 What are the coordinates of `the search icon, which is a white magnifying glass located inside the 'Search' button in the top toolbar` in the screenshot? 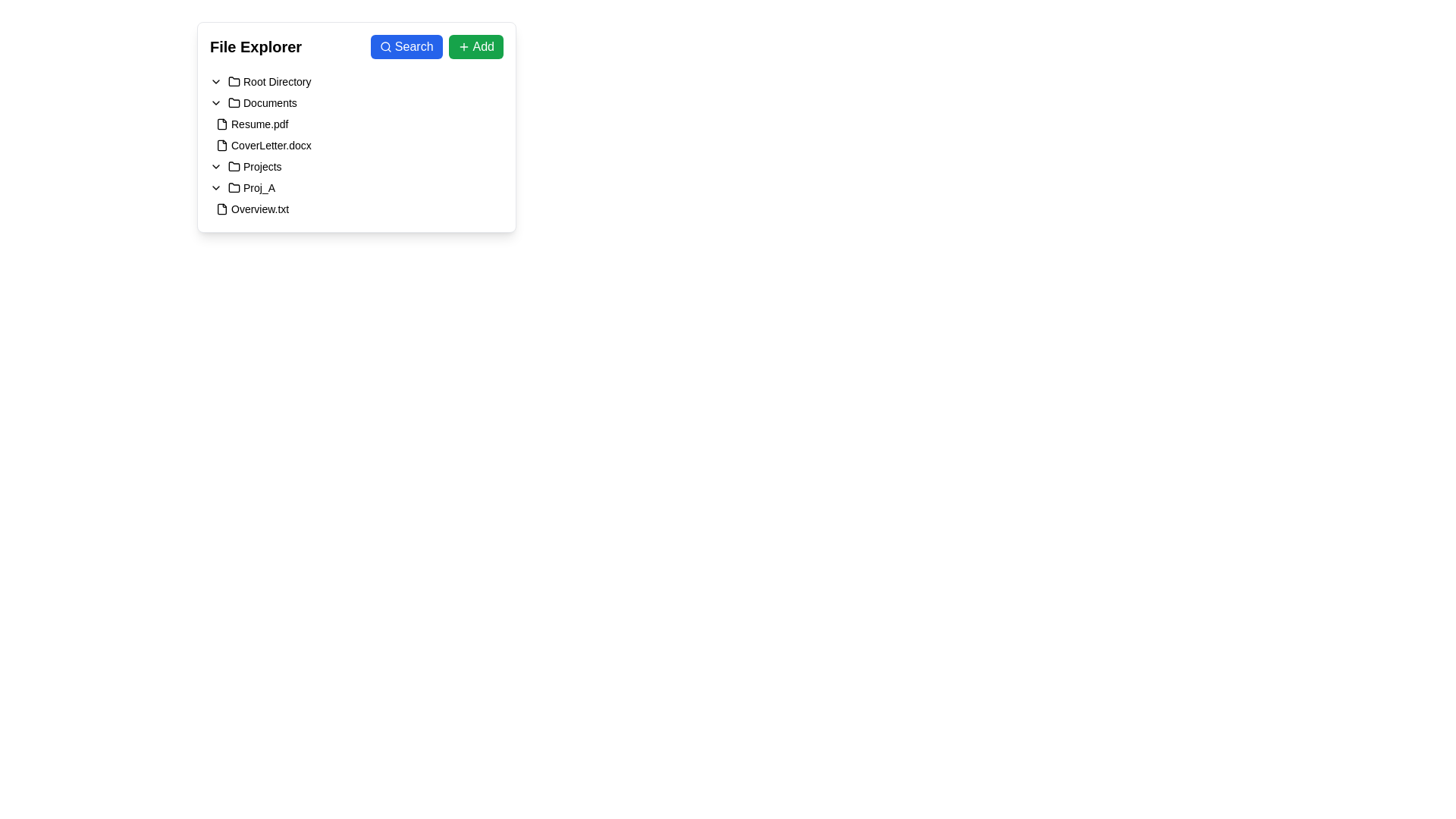 It's located at (385, 45).